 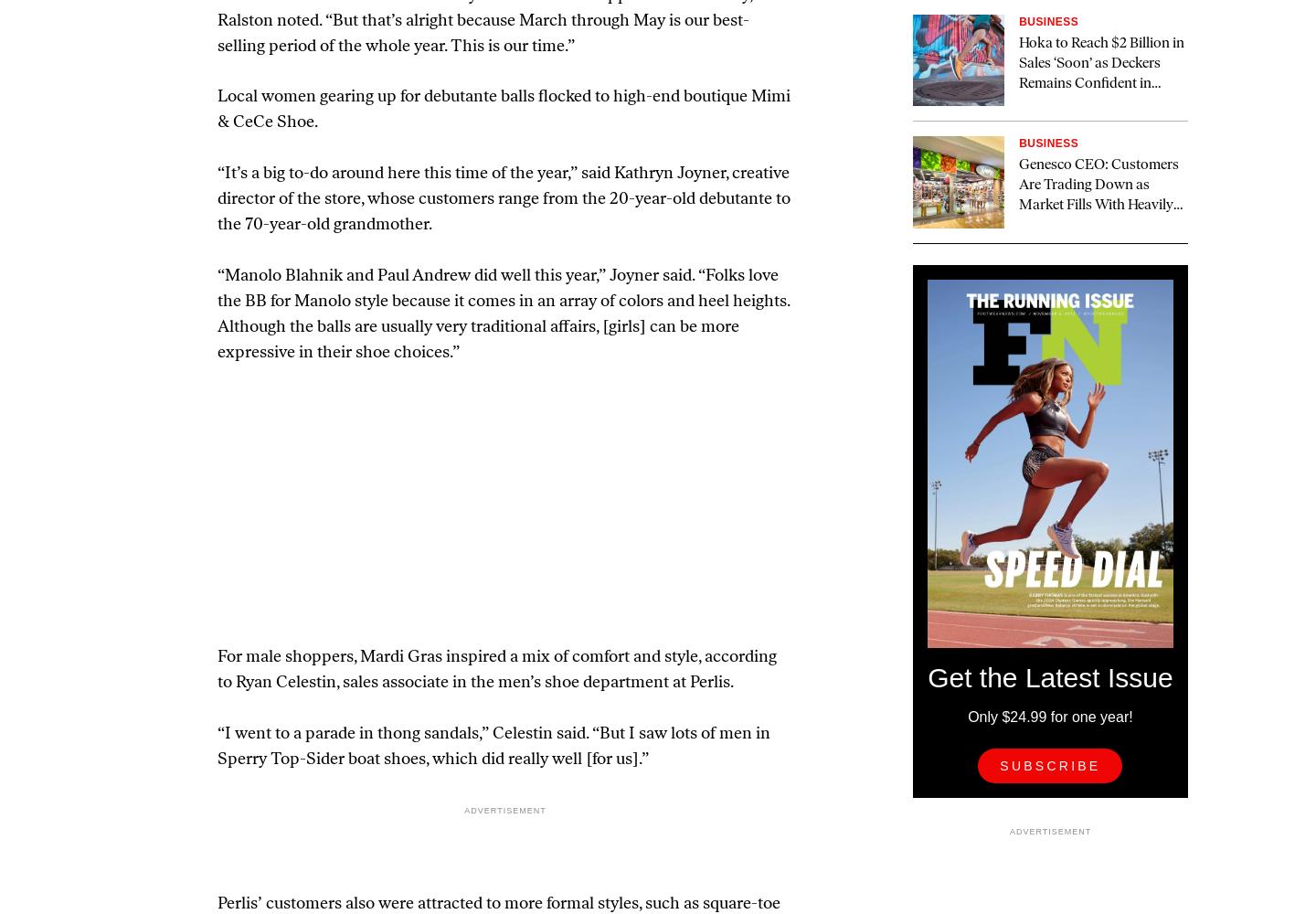 I want to click on 'Genesco CEO: Customers Are Trading Down as Market Fills With Heavily Discounted Athletic Shoes', so click(x=1098, y=195).